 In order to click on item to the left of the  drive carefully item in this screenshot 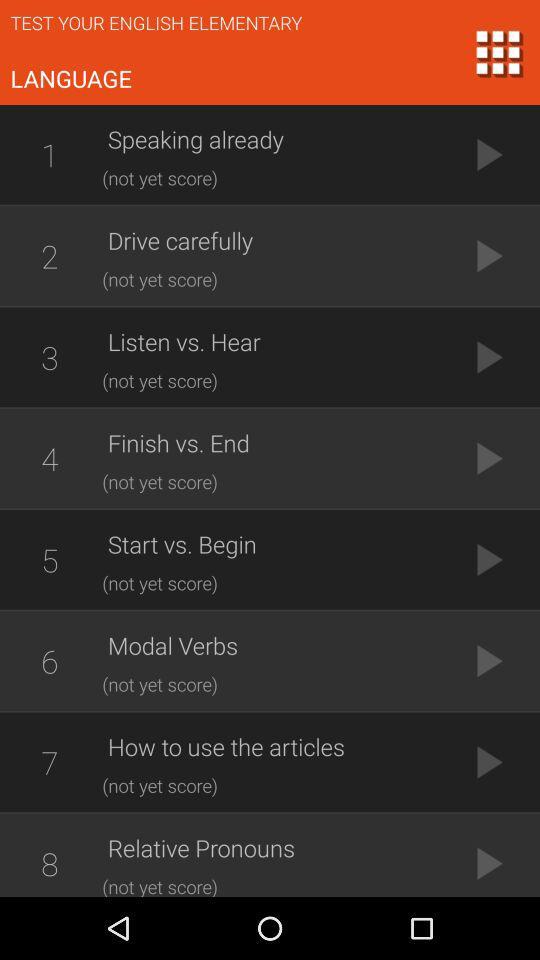, I will do `click(49, 255)`.